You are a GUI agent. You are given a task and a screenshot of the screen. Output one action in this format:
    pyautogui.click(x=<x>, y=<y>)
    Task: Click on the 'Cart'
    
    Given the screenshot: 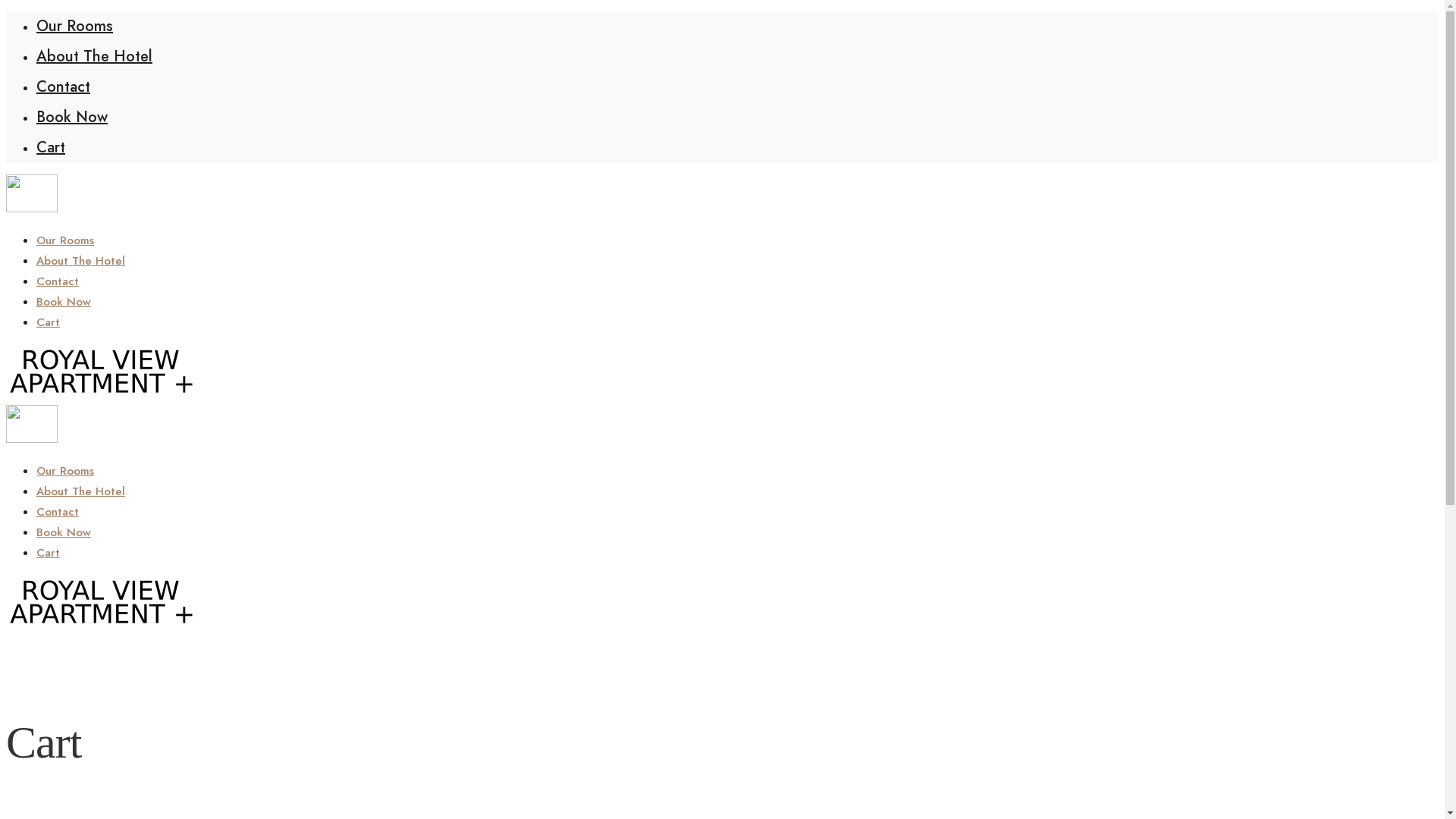 What is the action you would take?
    pyautogui.click(x=48, y=321)
    